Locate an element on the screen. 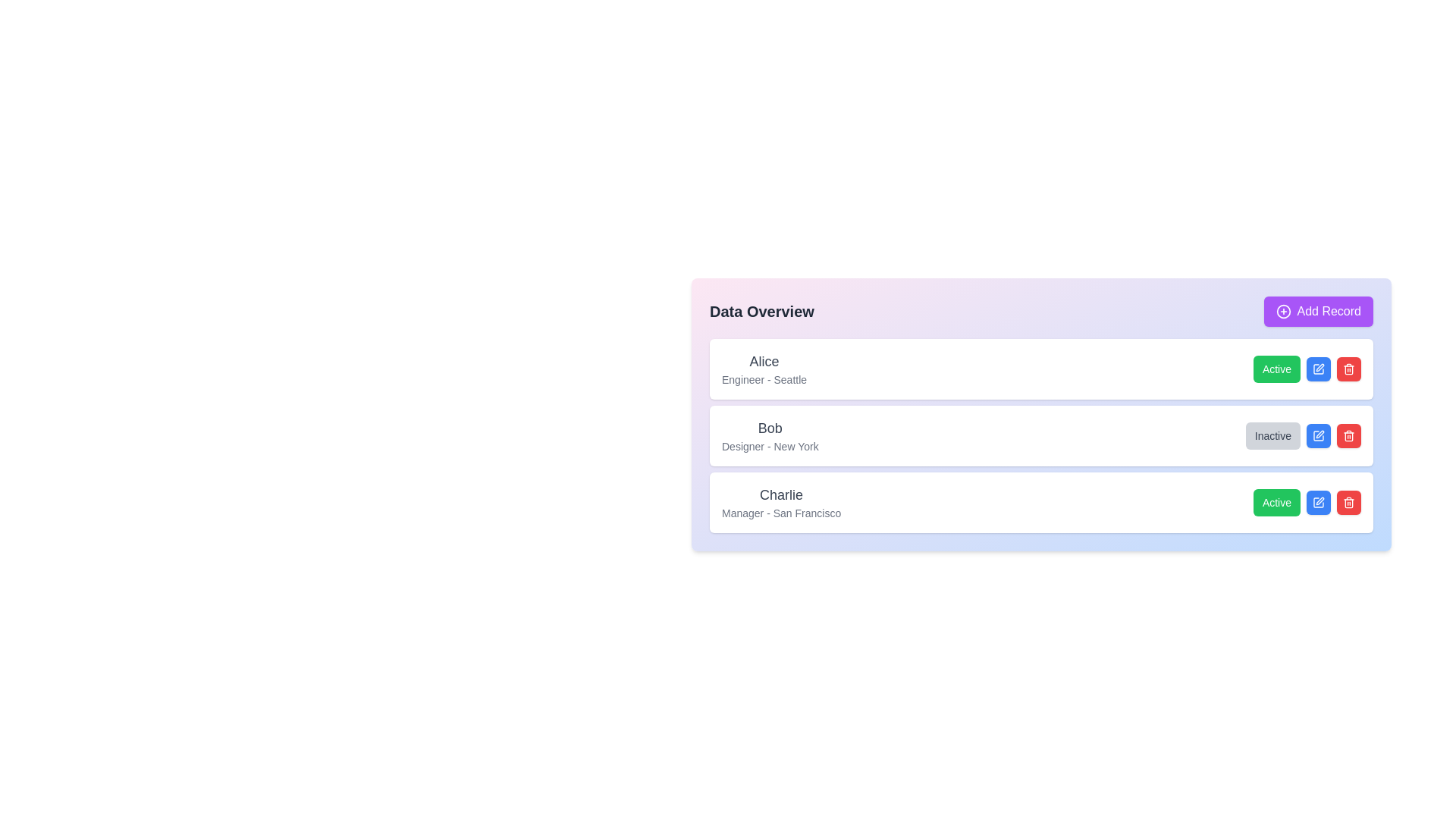 This screenshot has width=1456, height=819. the text label displaying the job title and location of the individual referenced above it, which is located in the second row under the heading 'Data Overview', directly beneath 'Bob' is located at coordinates (770, 446).